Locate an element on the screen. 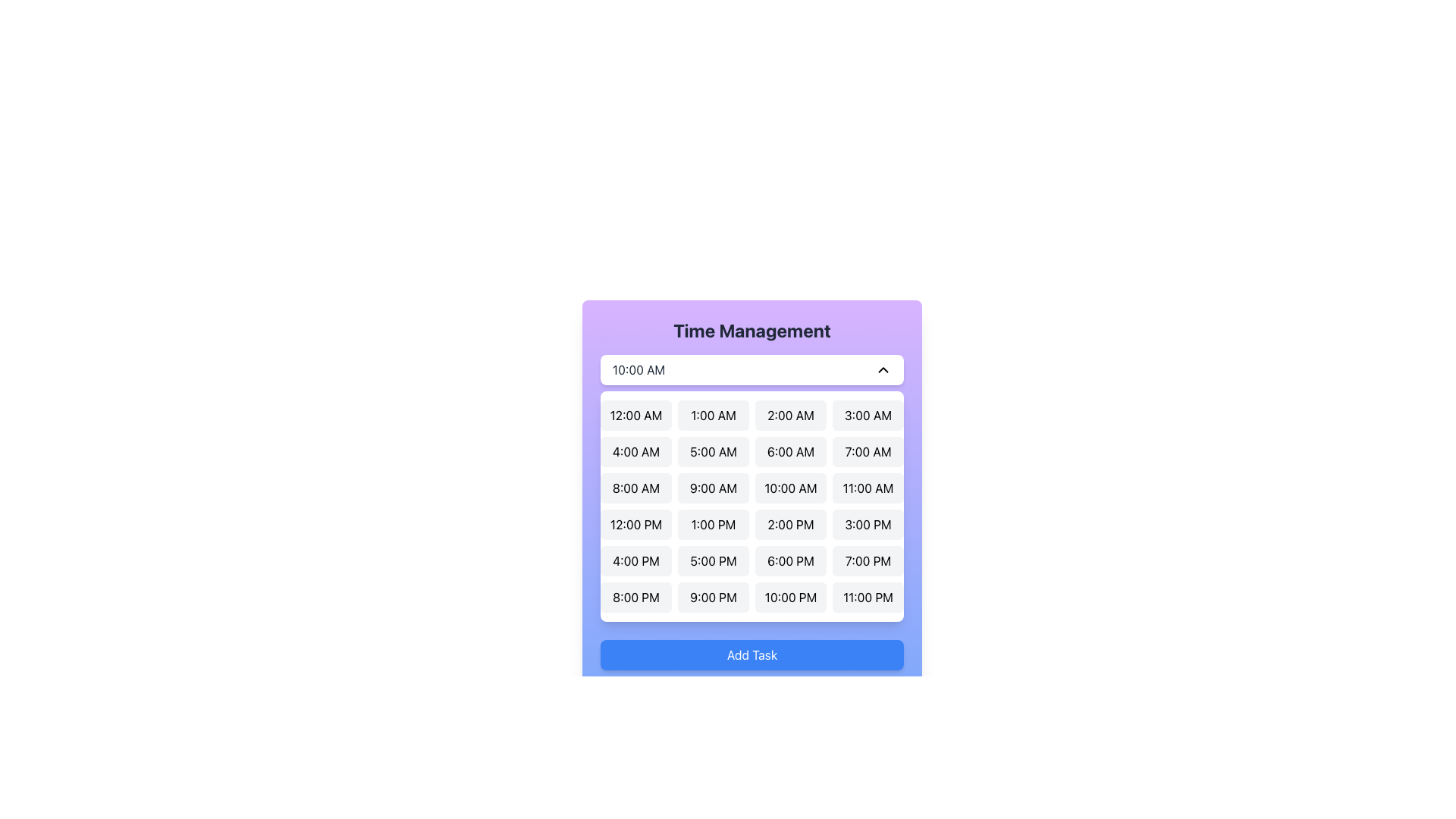 The image size is (1456, 819). the '3:00 PM' time slot button located in the fourth position of the fourth row under the 'Time Management' section is located at coordinates (868, 523).